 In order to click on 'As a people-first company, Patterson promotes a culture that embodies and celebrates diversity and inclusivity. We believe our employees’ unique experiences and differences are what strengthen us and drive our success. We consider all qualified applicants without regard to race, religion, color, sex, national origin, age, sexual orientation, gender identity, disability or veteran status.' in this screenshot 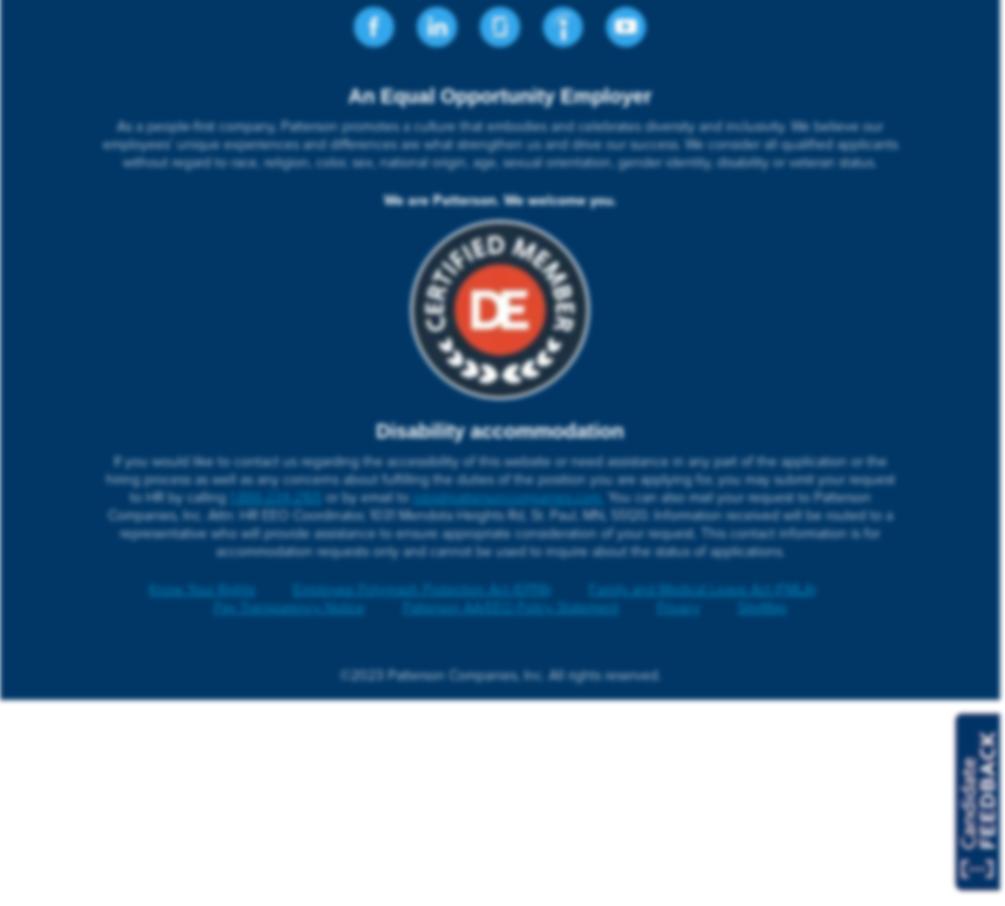, I will do `click(102, 144)`.